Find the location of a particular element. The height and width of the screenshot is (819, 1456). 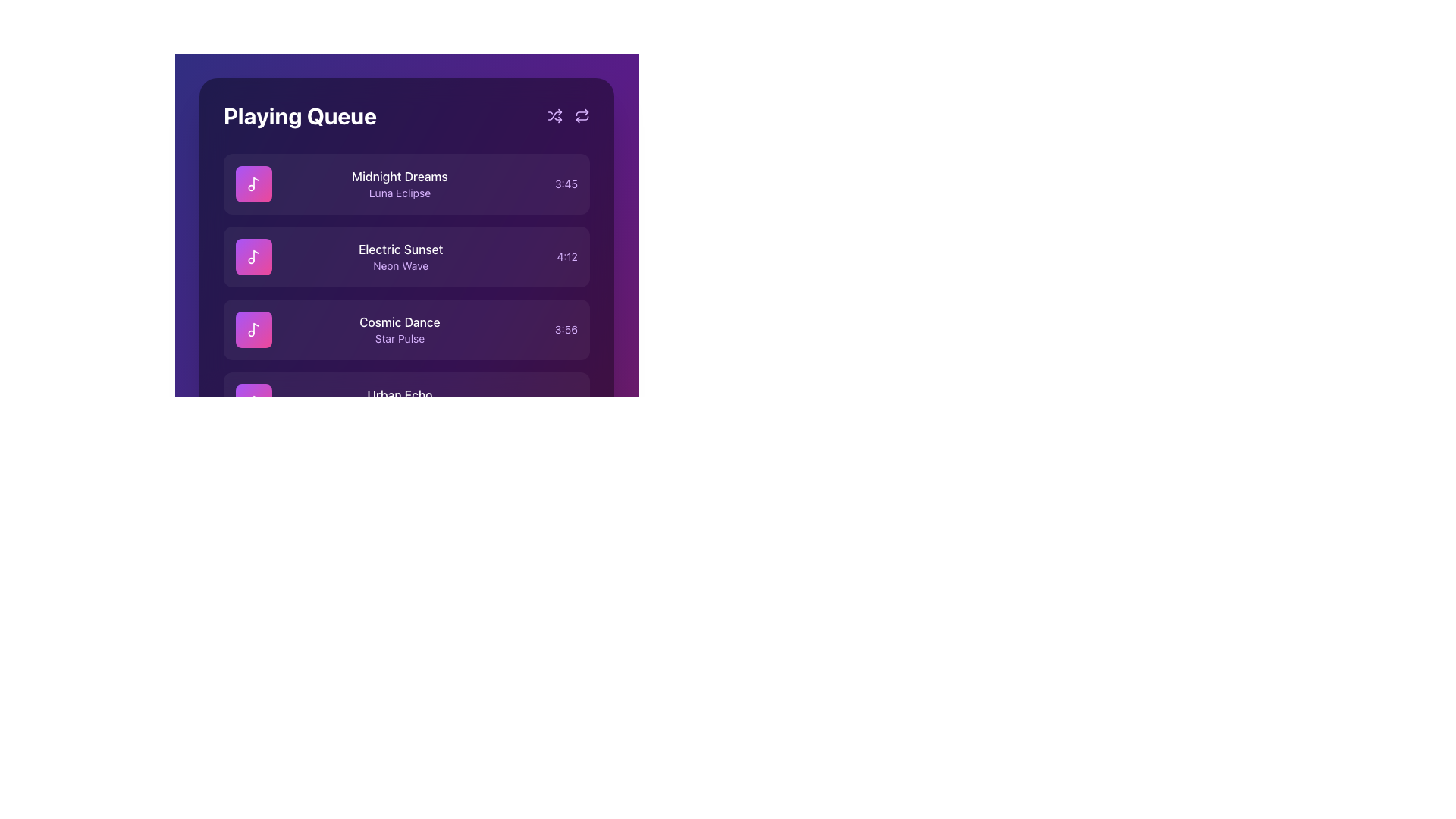

song title displayed in the text label 'Midnight Dreams', which is located at the top of a list item in the 'Playing Queue' section is located at coordinates (400, 175).